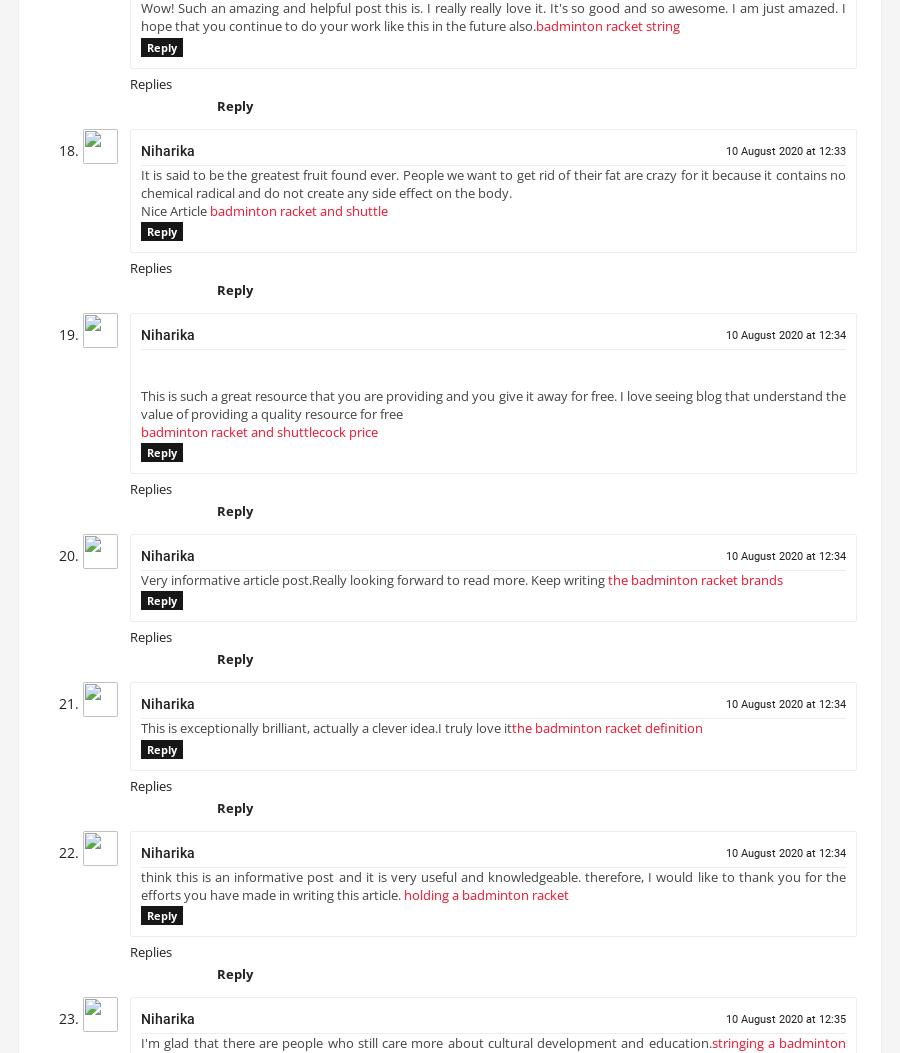  I want to click on 'holding a badminton racket', so click(485, 901).